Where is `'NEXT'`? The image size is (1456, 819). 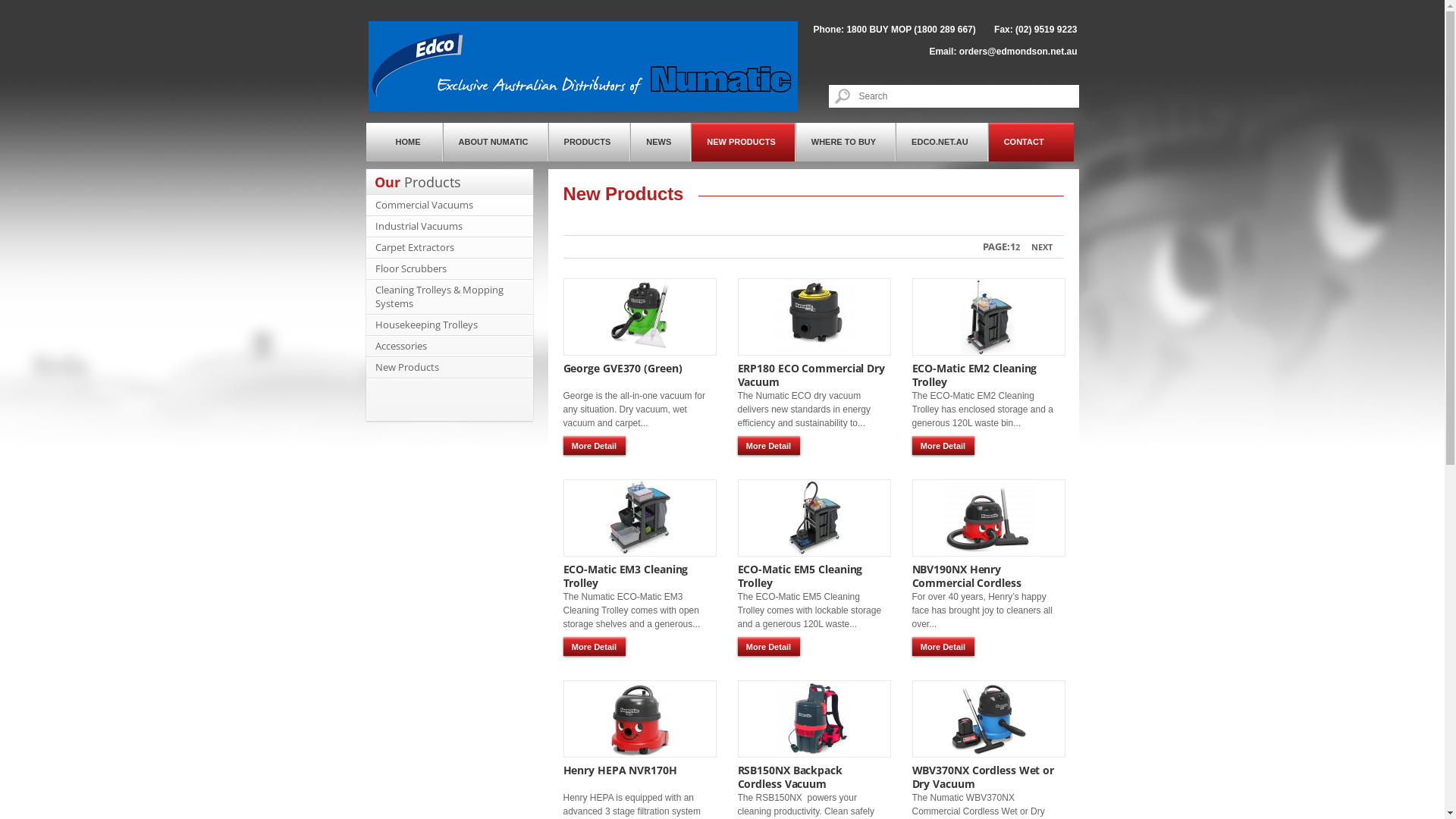 'NEXT' is located at coordinates (1040, 246).